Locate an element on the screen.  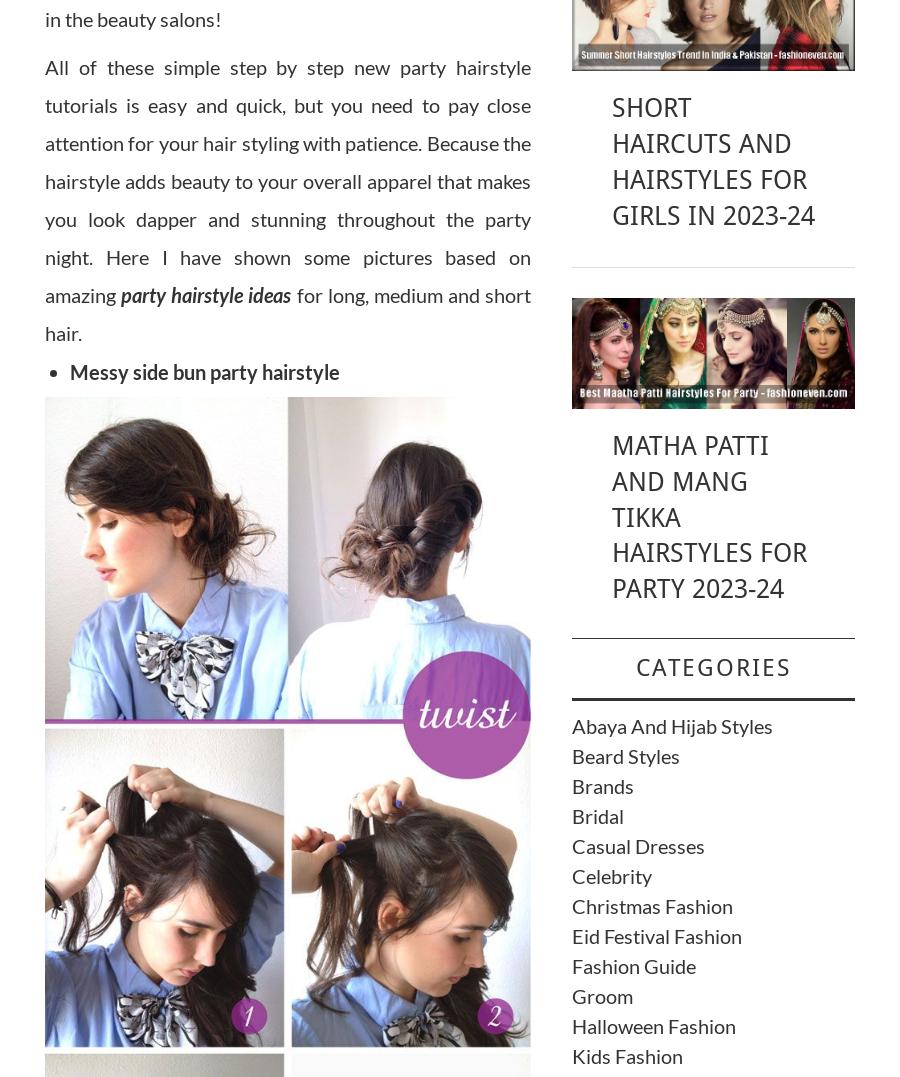
'All of these simple step by step new party hairstyle tutorials is easy and quick, but you need to pay close attention for your hair styling with patience. Because the hairstyle adds beauty to your overall apparel that makes you look' is located at coordinates (287, 141).